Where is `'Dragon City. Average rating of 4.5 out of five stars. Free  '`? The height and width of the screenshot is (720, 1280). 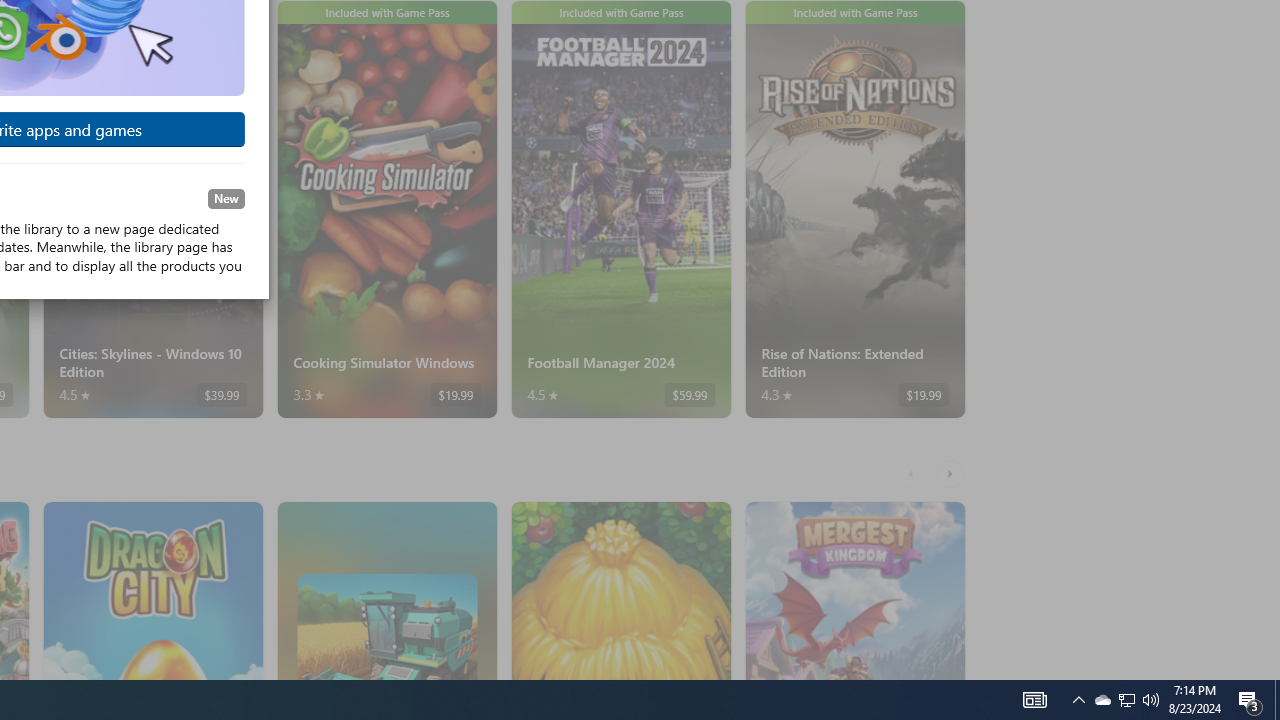 'Dragon City. Average rating of 4.5 out of five stars. Free  ' is located at coordinates (151, 589).